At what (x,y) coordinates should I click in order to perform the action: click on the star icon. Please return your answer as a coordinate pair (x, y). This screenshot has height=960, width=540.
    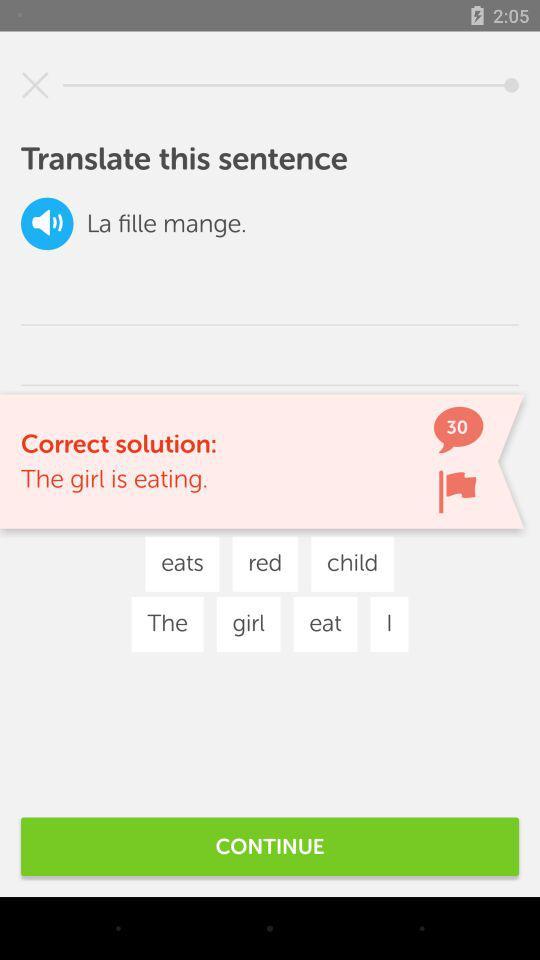
    Looking at the image, I should click on (35, 85).